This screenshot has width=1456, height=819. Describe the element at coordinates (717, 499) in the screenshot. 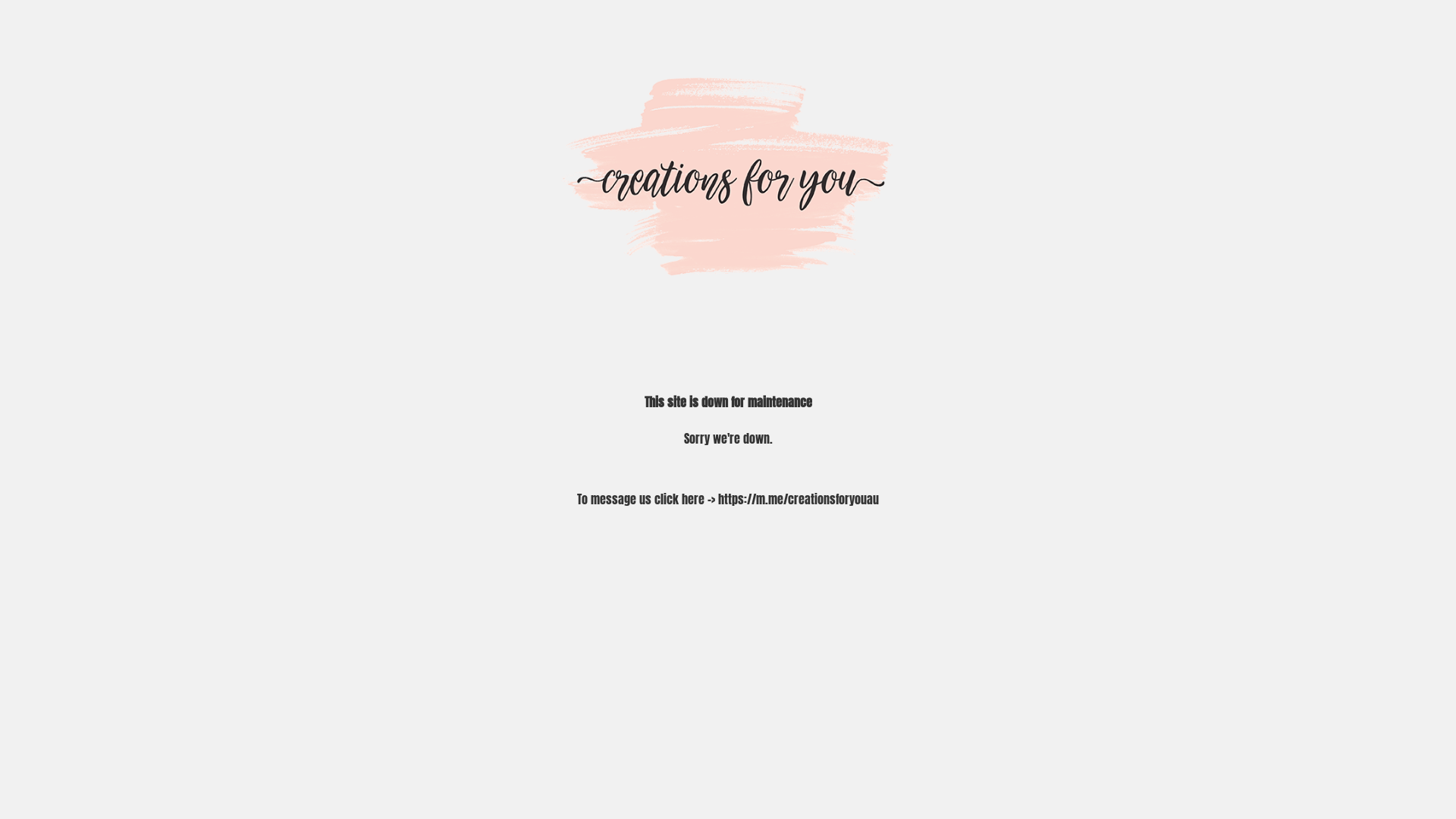

I see `'https://m.me/creationsforyouau'` at that location.